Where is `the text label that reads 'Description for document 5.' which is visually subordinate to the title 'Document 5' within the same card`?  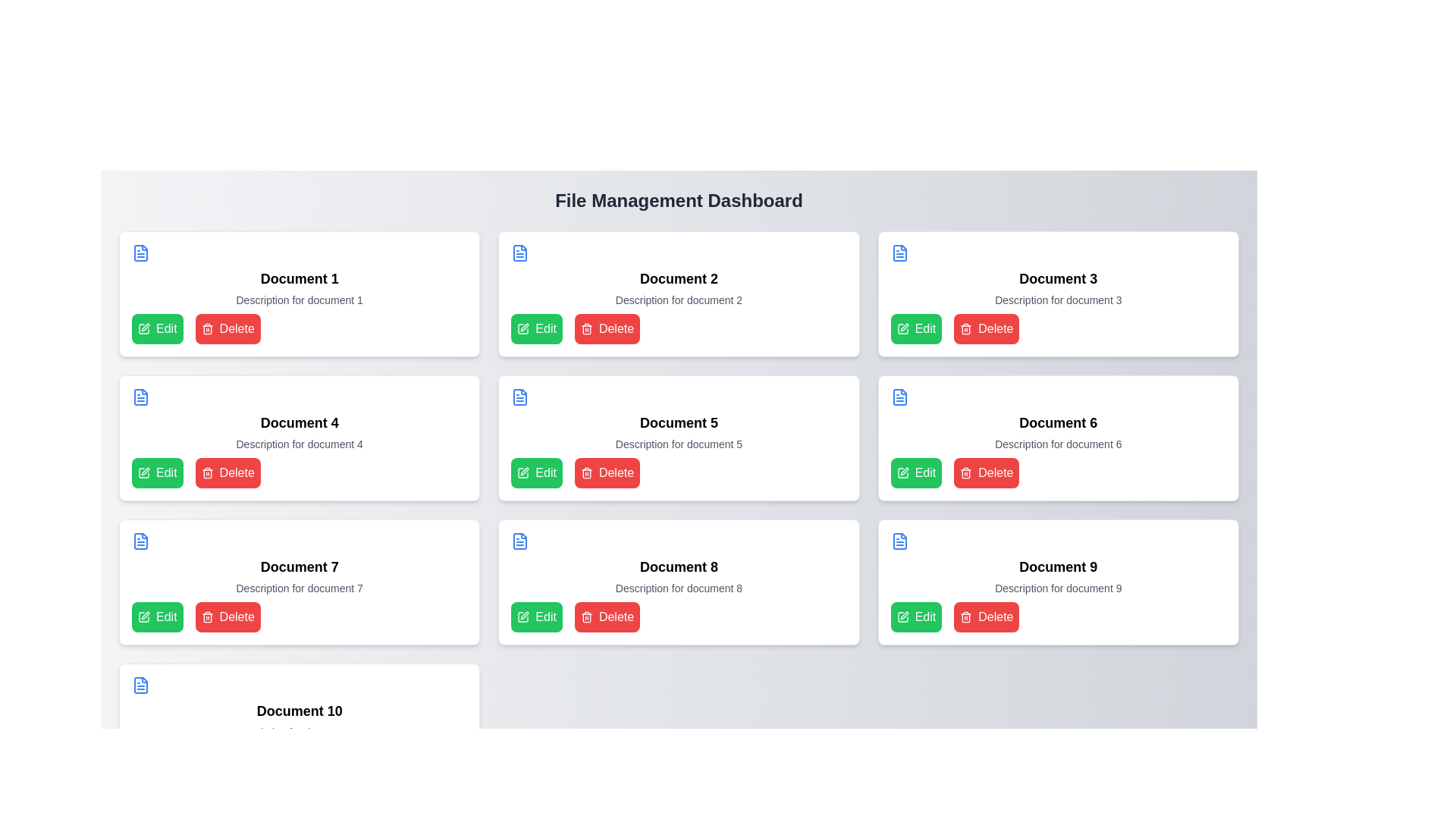 the text label that reads 'Description for document 5.' which is visually subordinate to the title 'Document 5' within the same card is located at coordinates (678, 444).